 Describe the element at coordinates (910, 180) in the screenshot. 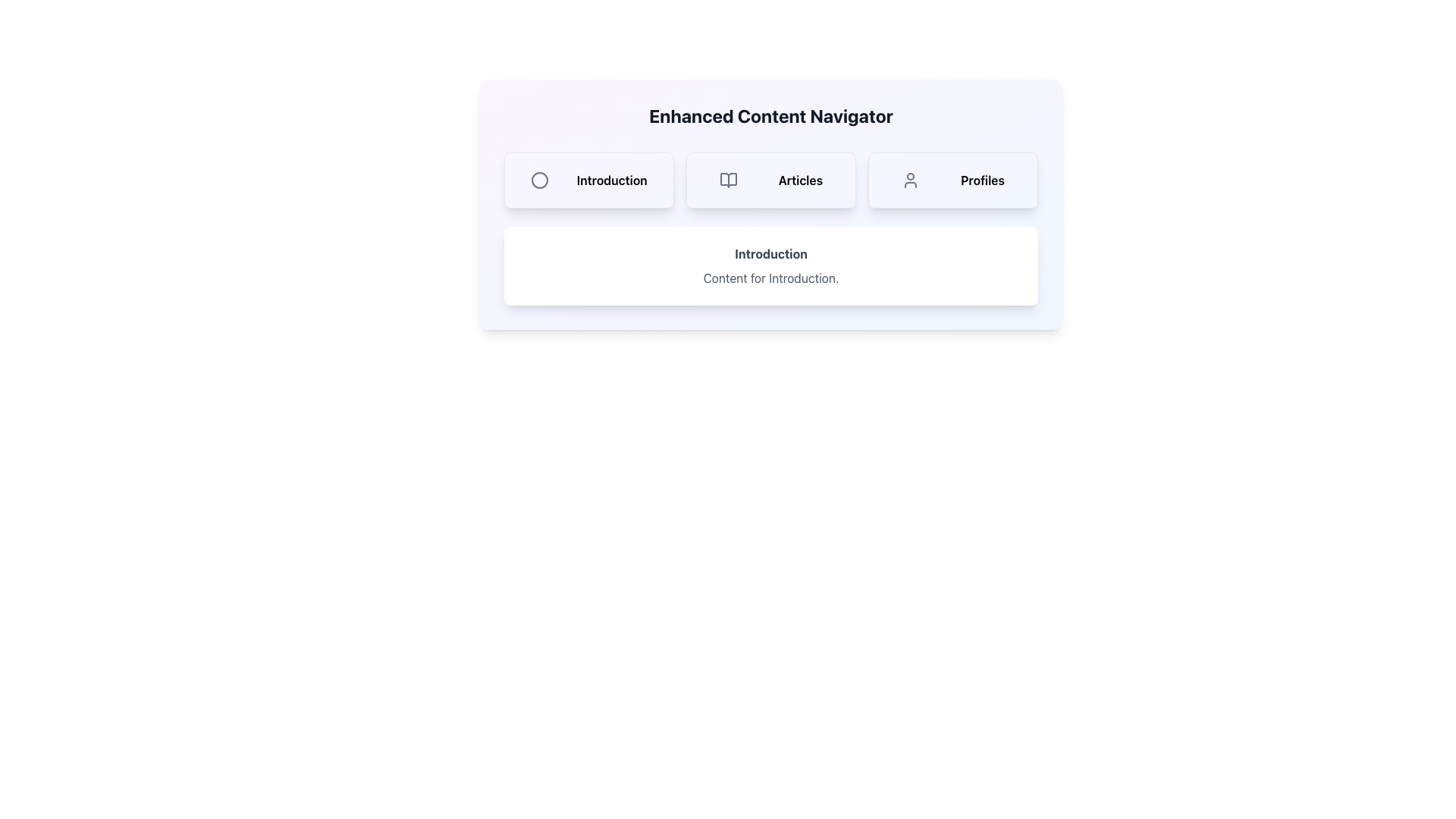

I see `the navigational keys` at that location.